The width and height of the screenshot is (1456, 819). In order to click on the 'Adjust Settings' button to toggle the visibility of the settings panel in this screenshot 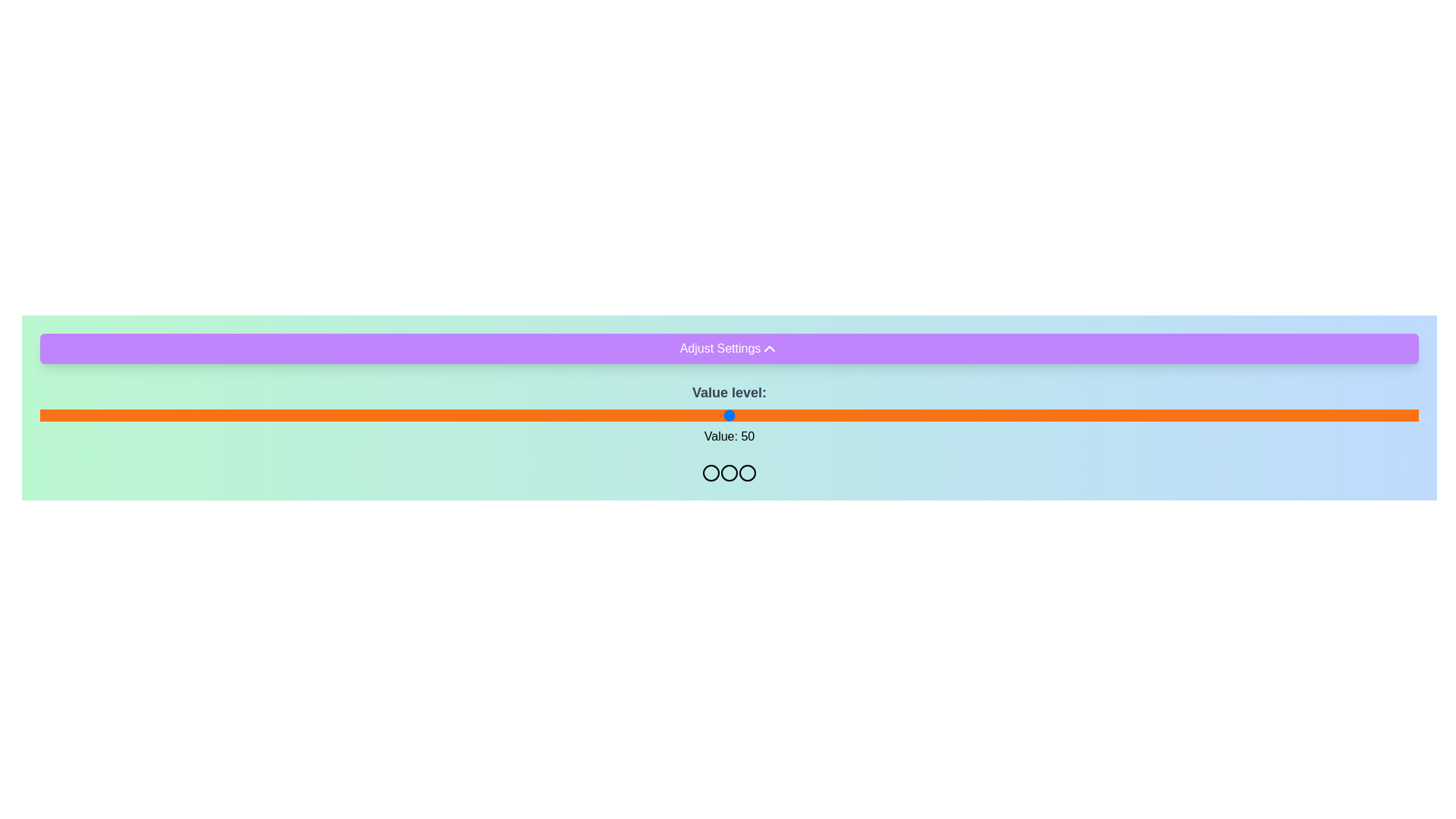, I will do `click(729, 348)`.